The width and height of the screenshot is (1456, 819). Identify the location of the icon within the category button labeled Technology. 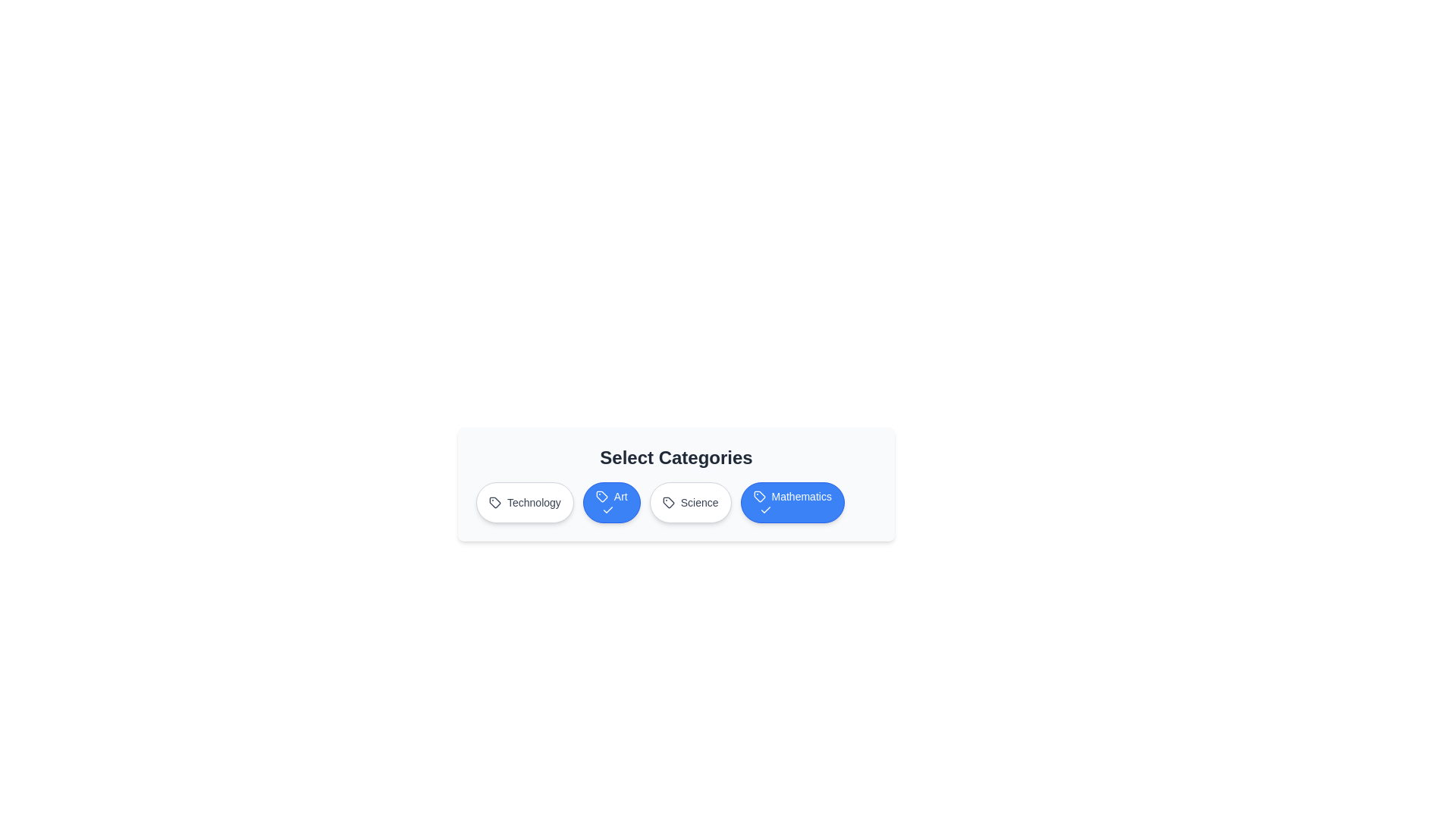
(494, 503).